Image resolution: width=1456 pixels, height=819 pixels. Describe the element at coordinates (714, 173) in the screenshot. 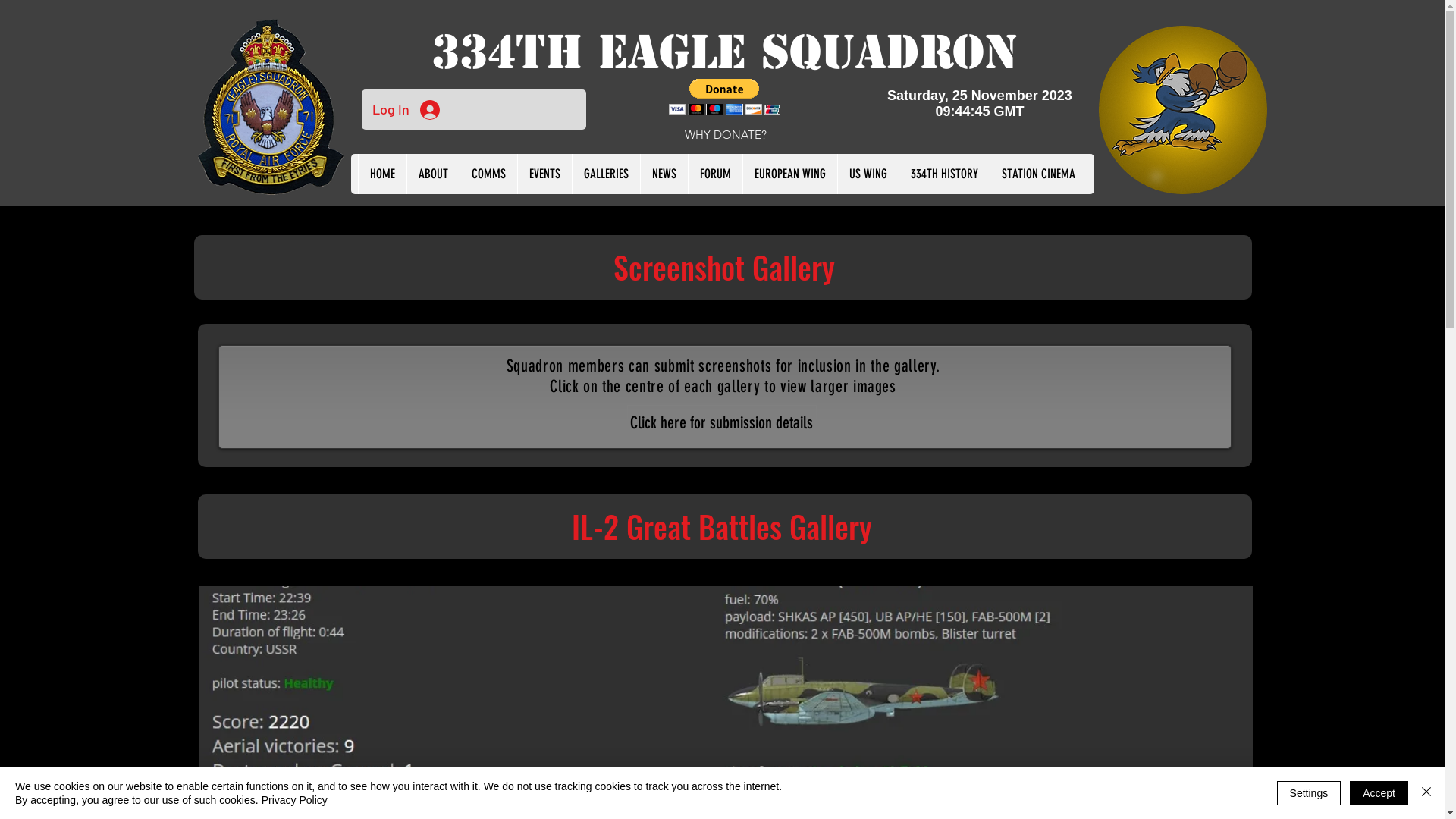

I see `'FORUM'` at that location.